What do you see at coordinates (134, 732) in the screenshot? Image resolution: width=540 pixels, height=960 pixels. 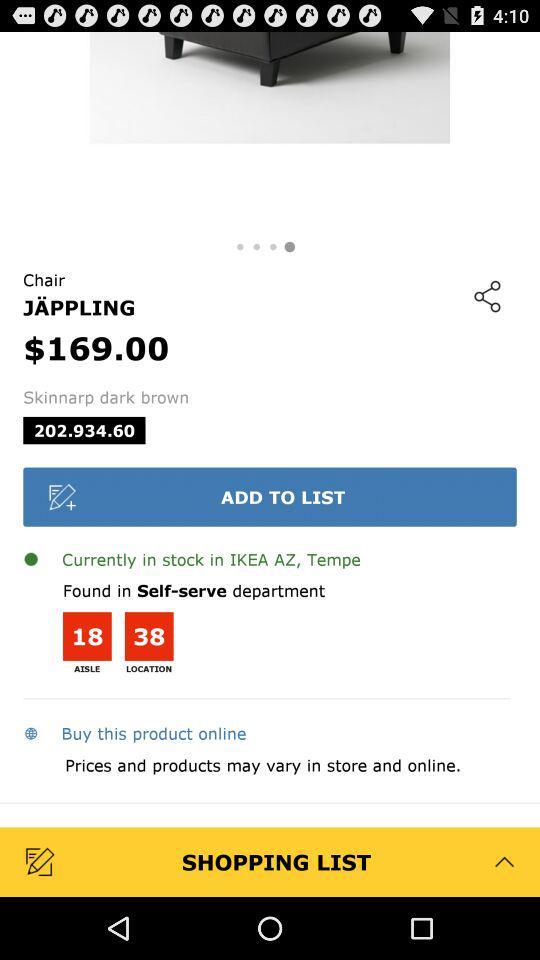 I see `the buy this product icon` at bounding box center [134, 732].